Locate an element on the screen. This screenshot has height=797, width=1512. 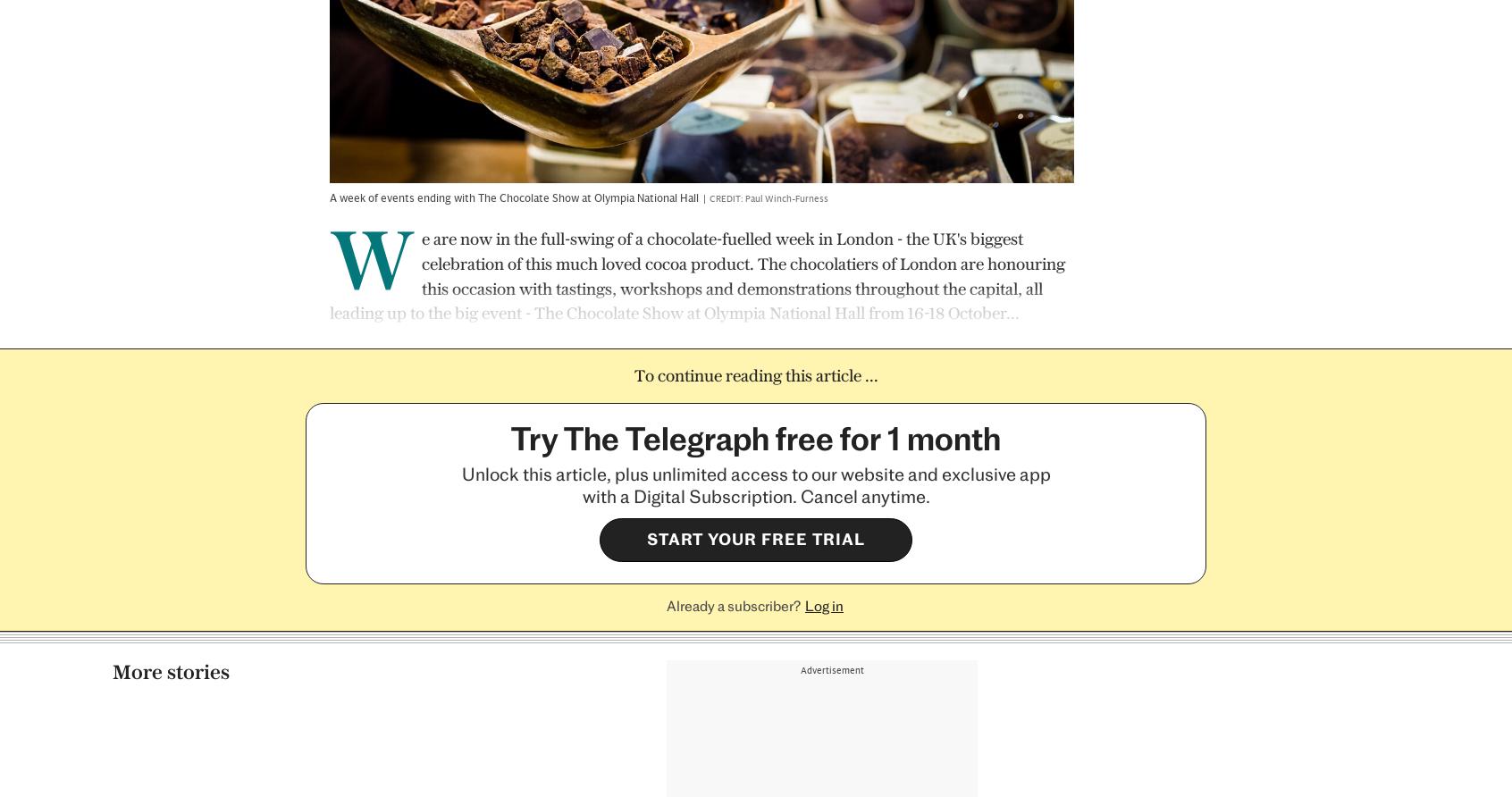
'28 Oct 2023, 10:20am' is located at coordinates (1033, 660).